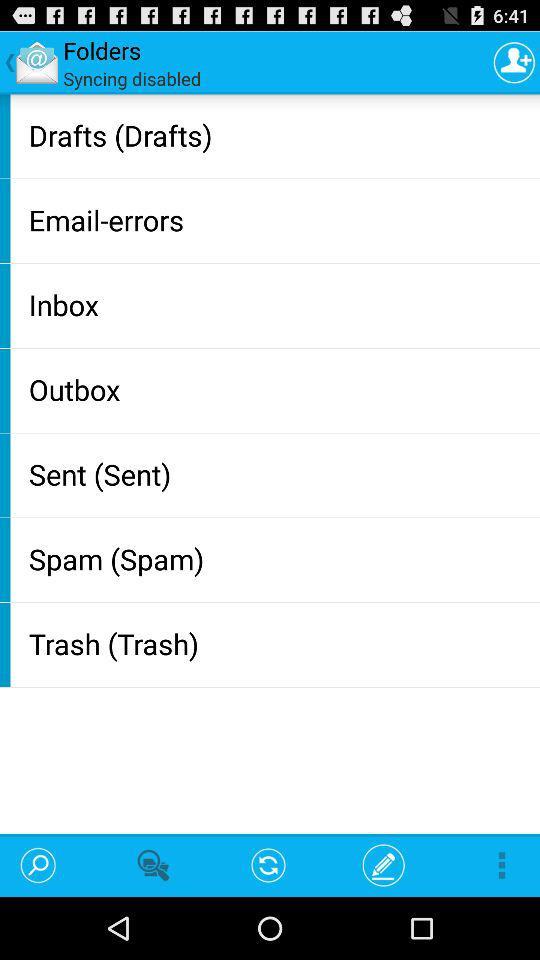  What do you see at coordinates (279, 219) in the screenshot?
I see `app above inbox item` at bounding box center [279, 219].